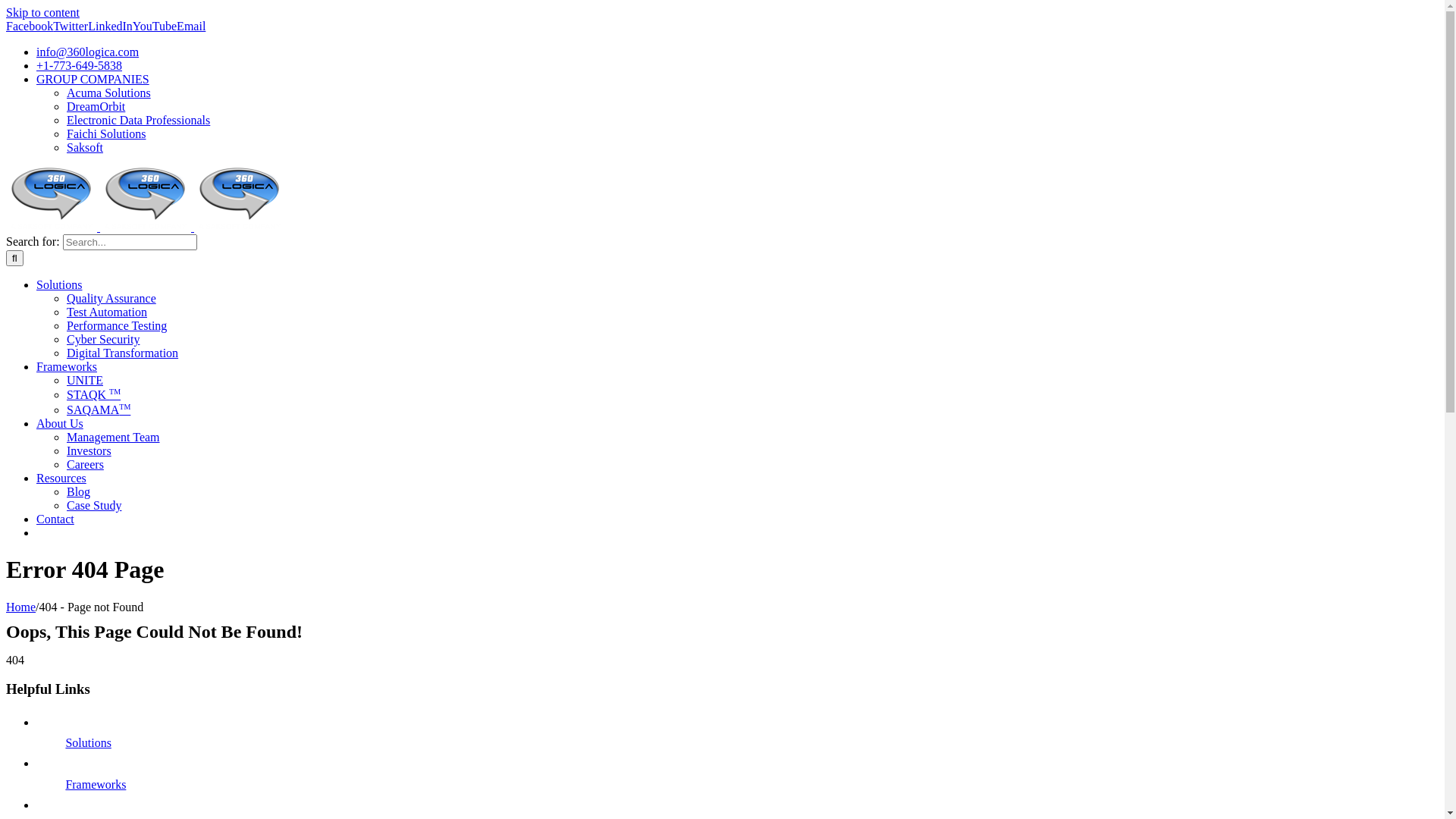  Describe the element at coordinates (64, 784) in the screenshot. I see `'Frameworks'` at that location.